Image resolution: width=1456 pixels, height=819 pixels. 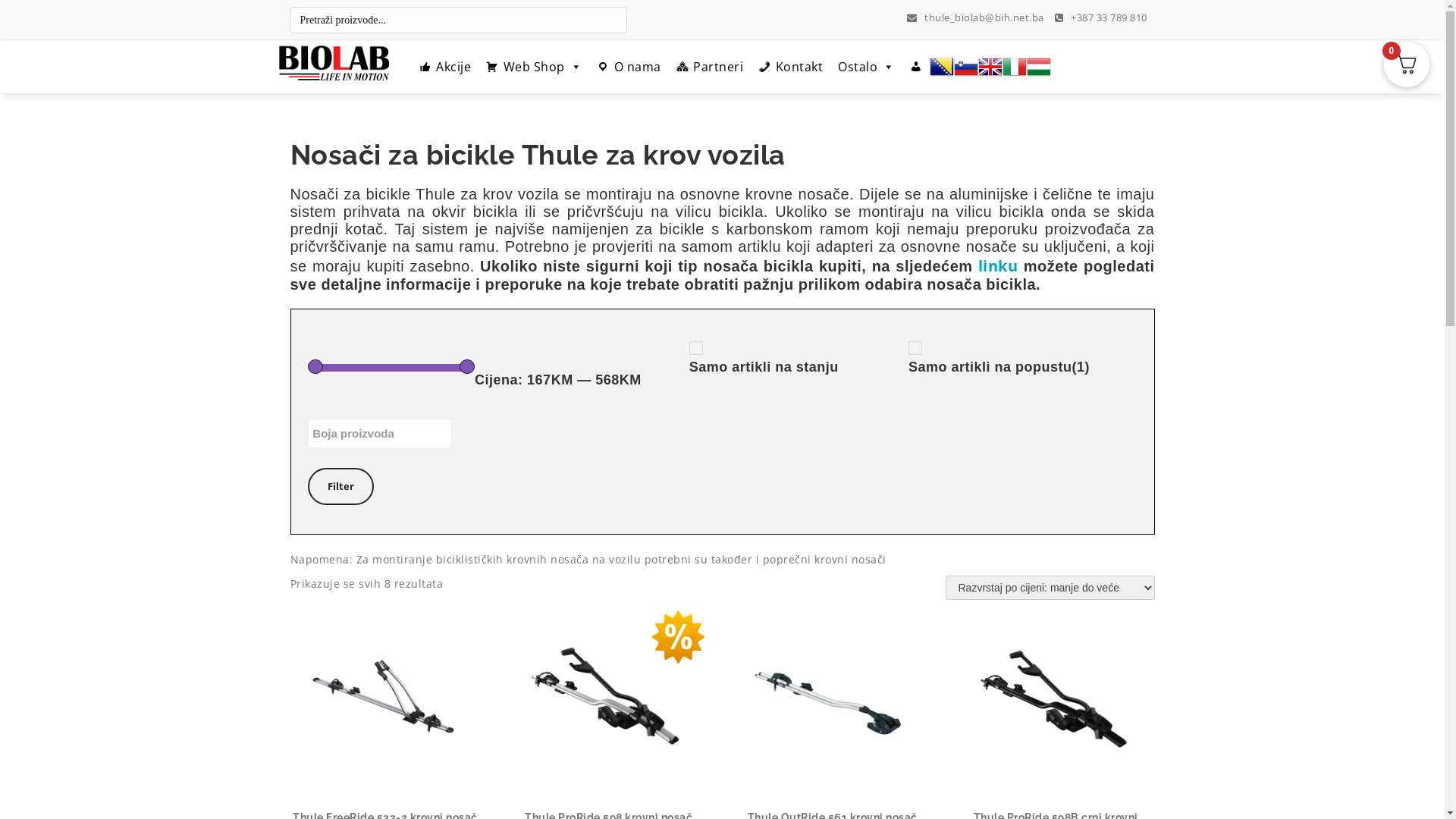 I want to click on 'Italian', so click(x=1015, y=66).